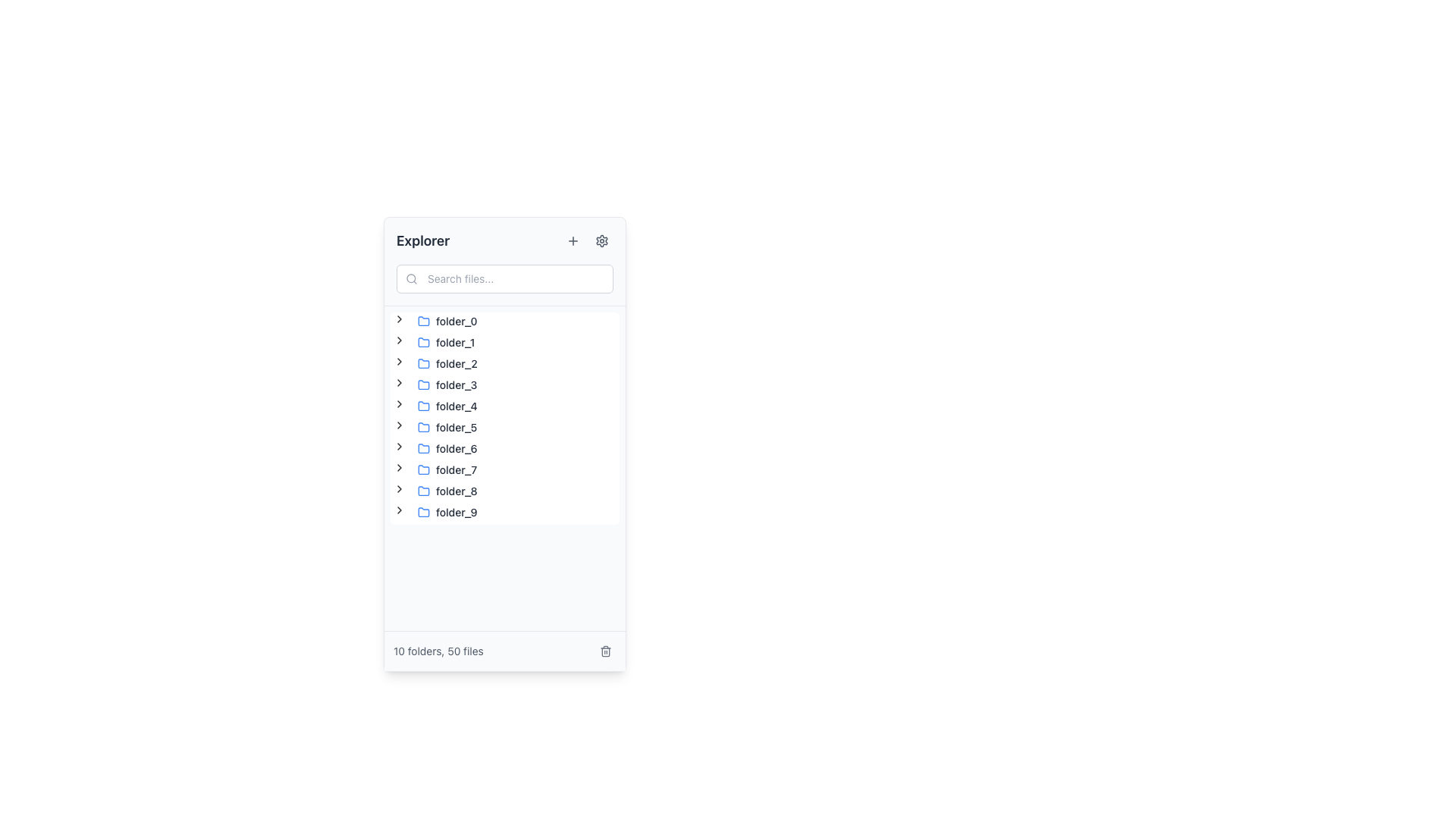 This screenshot has width=1456, height=819. I want to click on the selectable list item represented by a blue folder icon with the text 'folder_4', which is the fifth item, so click(447, 406).